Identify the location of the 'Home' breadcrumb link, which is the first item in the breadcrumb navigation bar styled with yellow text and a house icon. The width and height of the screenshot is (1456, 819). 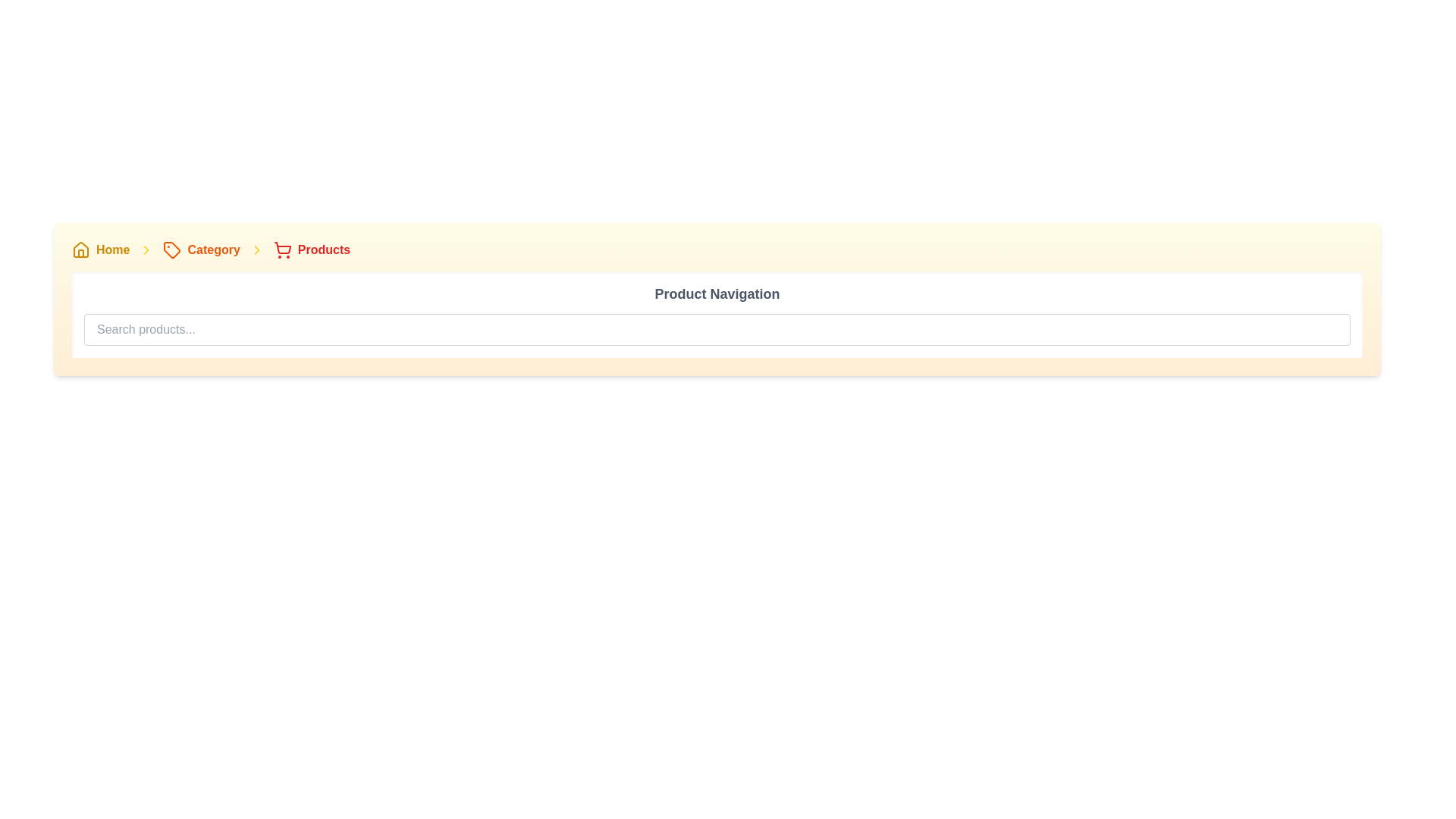
(100, 249).